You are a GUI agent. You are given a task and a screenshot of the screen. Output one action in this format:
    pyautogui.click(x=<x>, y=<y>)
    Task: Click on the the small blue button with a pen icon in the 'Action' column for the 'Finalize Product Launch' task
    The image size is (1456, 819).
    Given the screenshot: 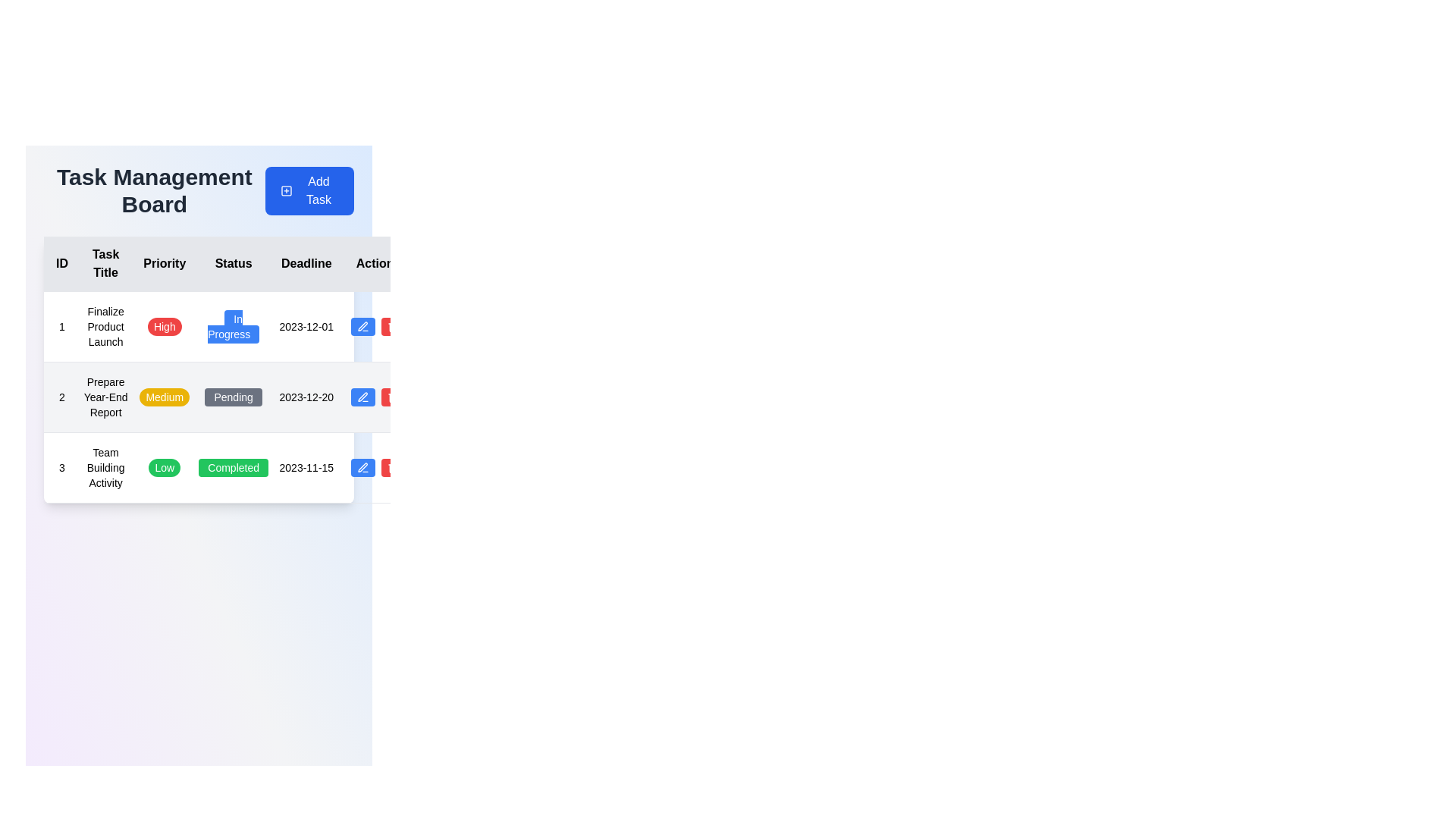 What is the action you would take?
    pyautogui.click(x=362, y=326)
    